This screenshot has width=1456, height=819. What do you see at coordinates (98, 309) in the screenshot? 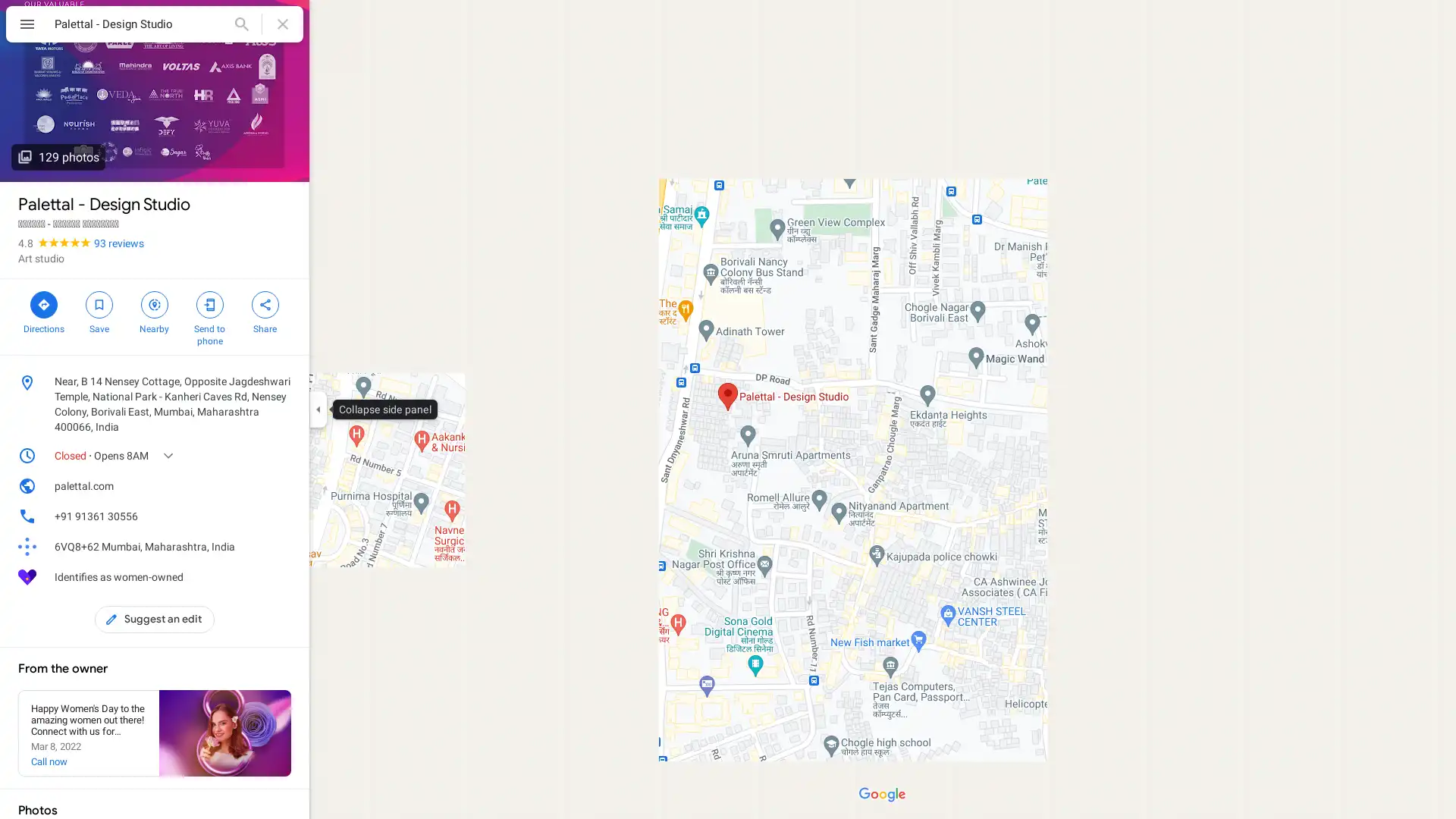
I see `Save Palettal - Design Studio in your lists` at bounding box center [98, 309].